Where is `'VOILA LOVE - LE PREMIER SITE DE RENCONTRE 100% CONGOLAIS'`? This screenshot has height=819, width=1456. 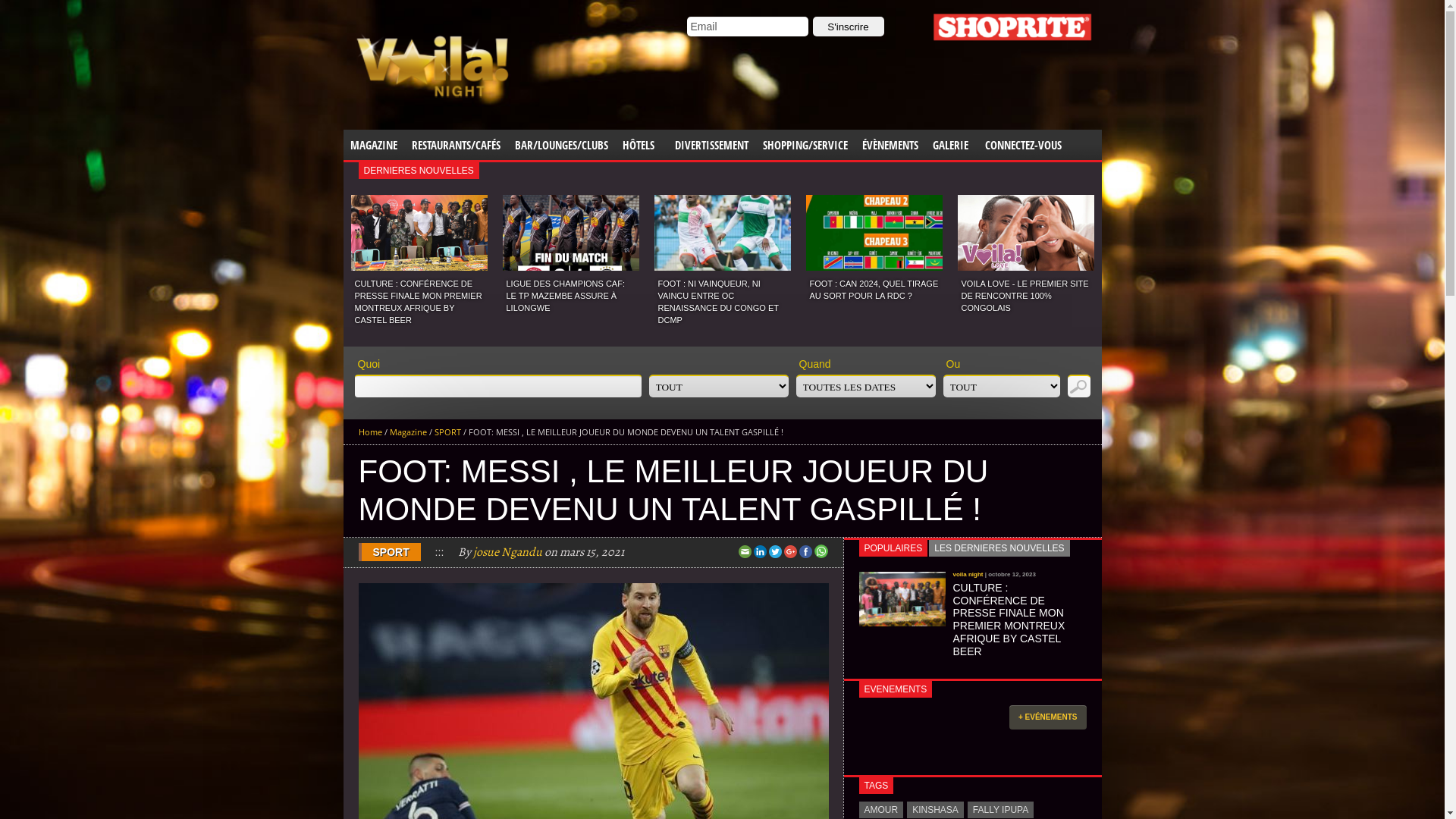
'VOILA LOVE - LE PREMIER SITE DE RENCONTRE 100% CONGOLAIS' is located at coordinates (1026, 294).